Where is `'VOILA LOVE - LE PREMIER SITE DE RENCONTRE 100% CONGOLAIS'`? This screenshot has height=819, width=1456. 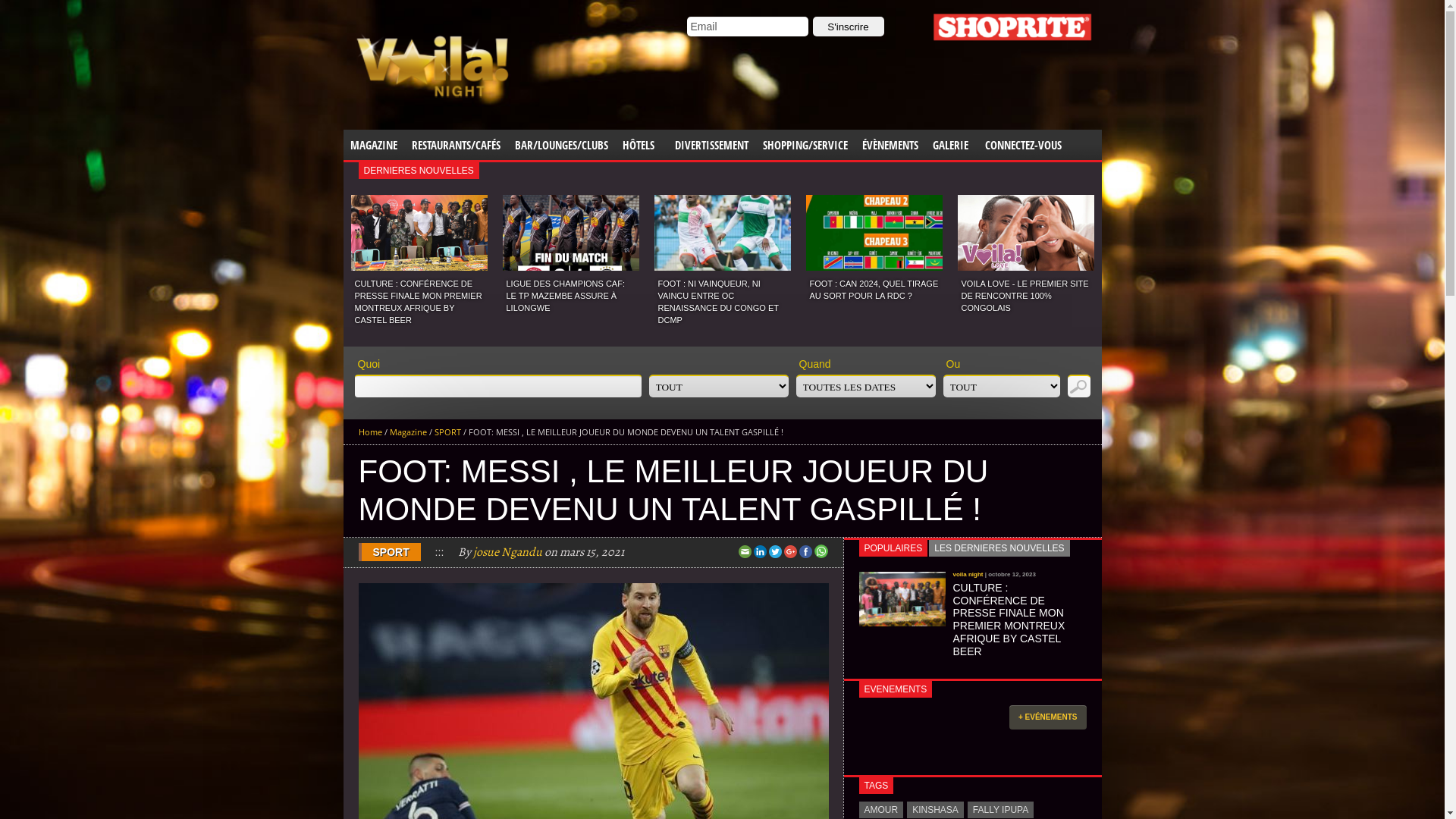
'VOILA LOVE - LE PREMIER SITE DE RENCONTRE 100% CONGOLAIS' is located at coordinates (1026, 294).